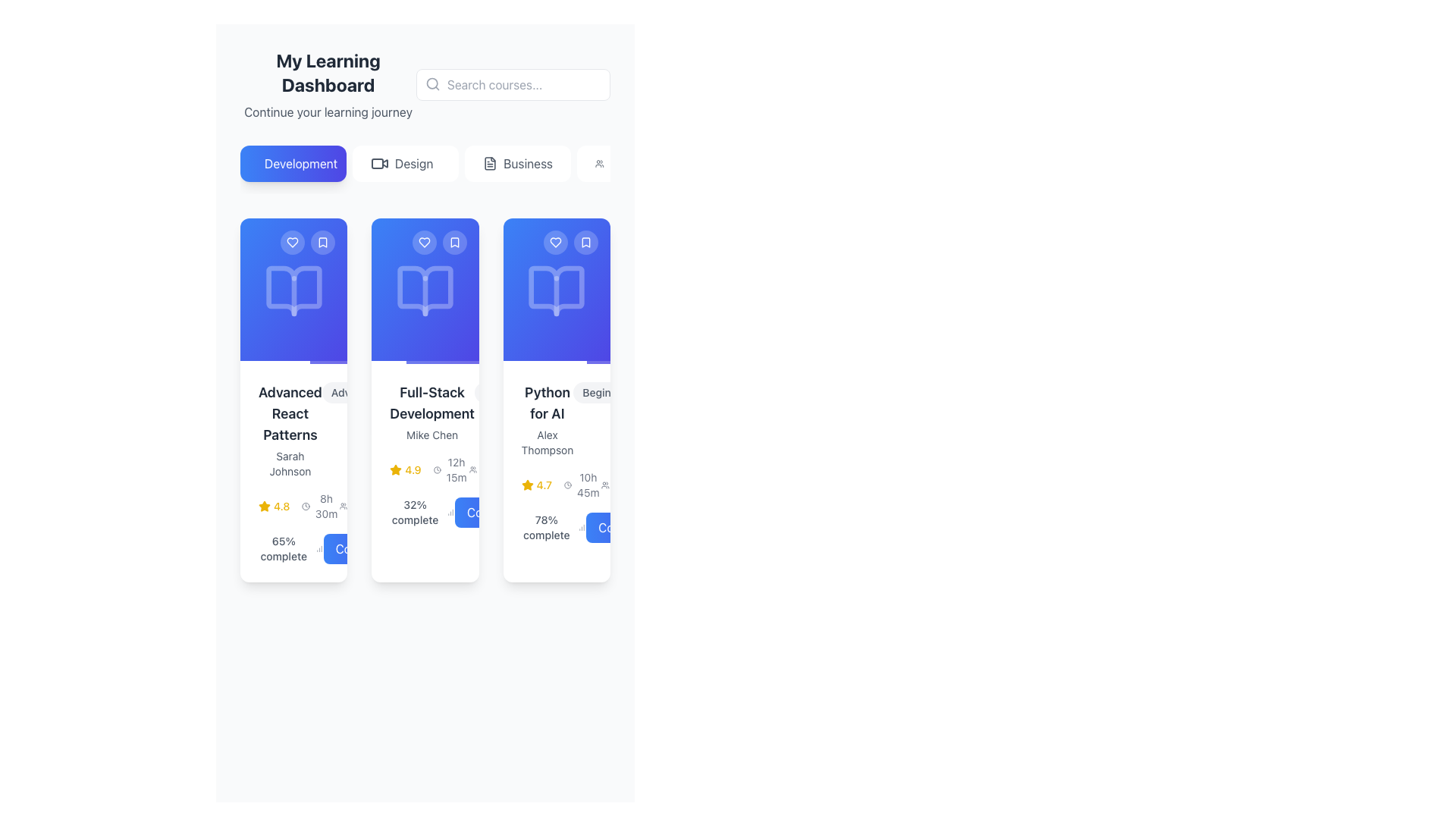 Image resolution: width=1456 pixels, height=819 pixels. I want to click on the heart-shaped icon in the blue header section of the third card to favorite the course, so click(555, 242).